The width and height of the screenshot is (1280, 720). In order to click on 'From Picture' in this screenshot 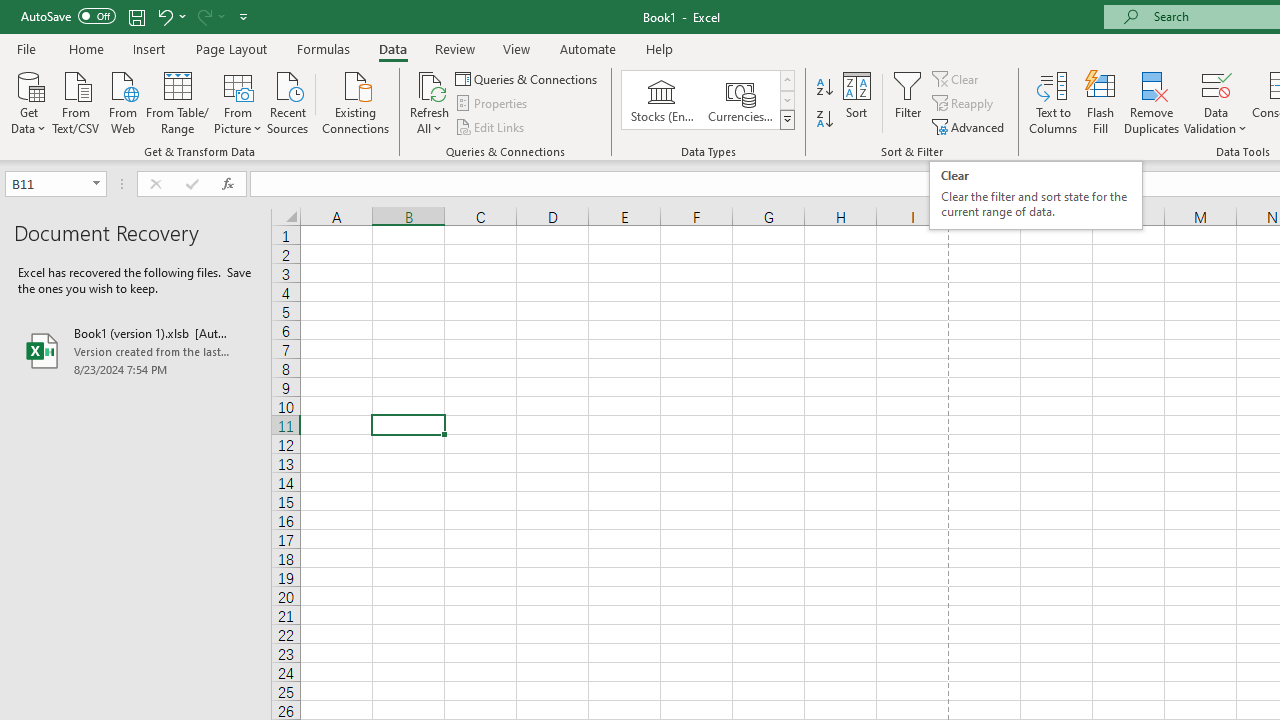, I will do `click(238, 101)`.